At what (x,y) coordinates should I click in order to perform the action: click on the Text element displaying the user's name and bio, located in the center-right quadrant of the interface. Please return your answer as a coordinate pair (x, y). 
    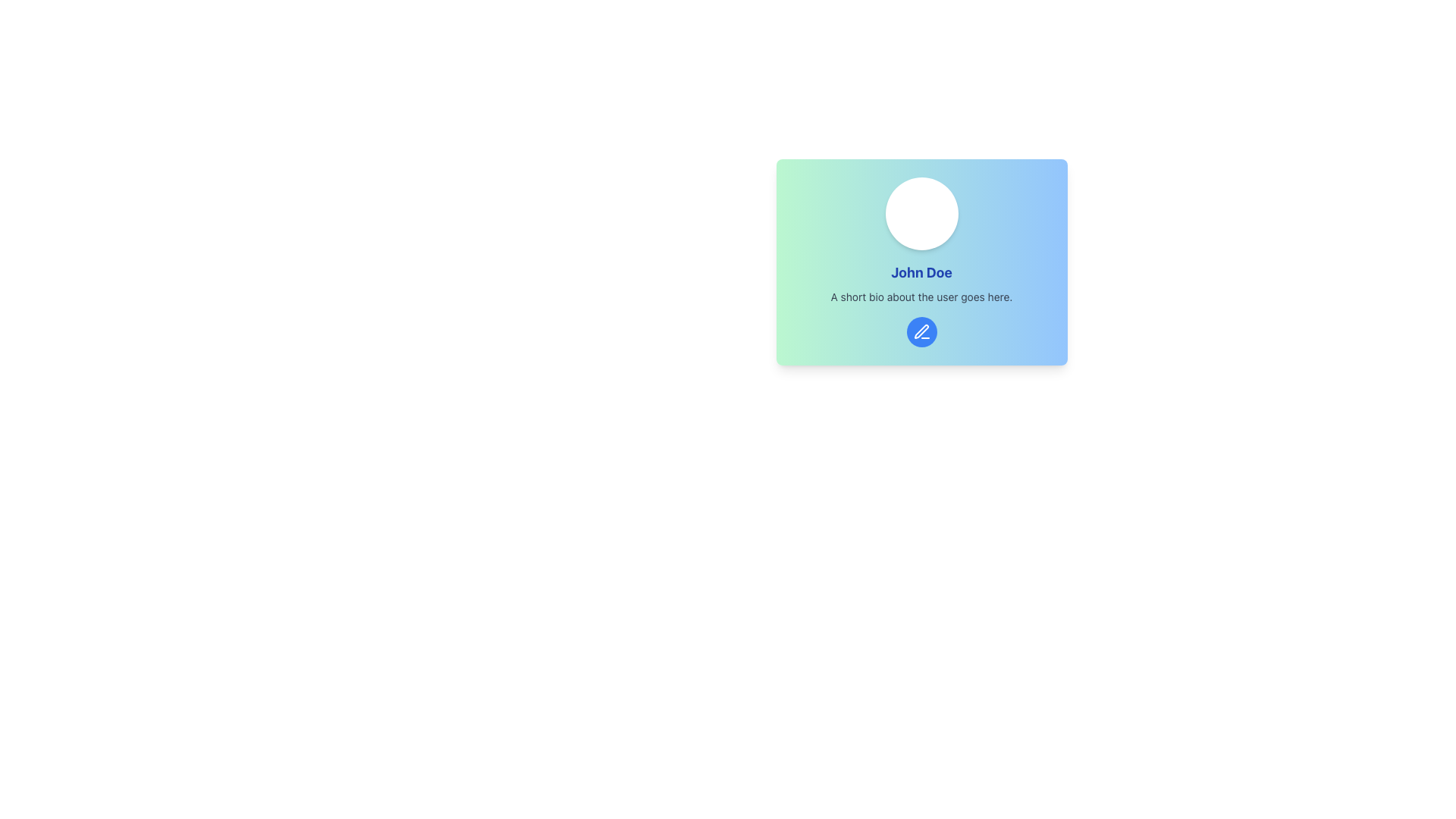
    Looking at the image, I should click on (921, 262).